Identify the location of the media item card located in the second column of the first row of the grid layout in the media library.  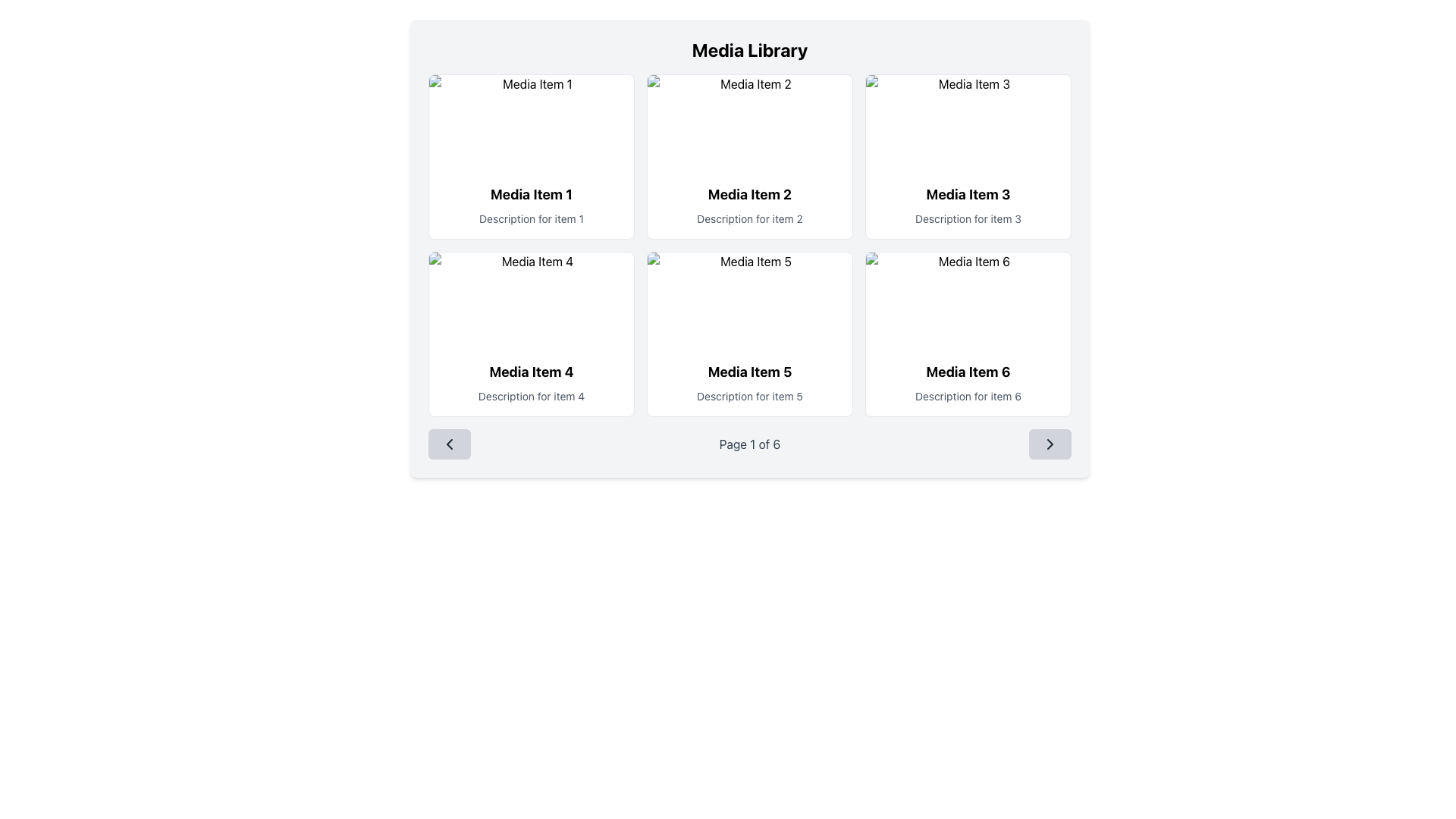
(749, 157).